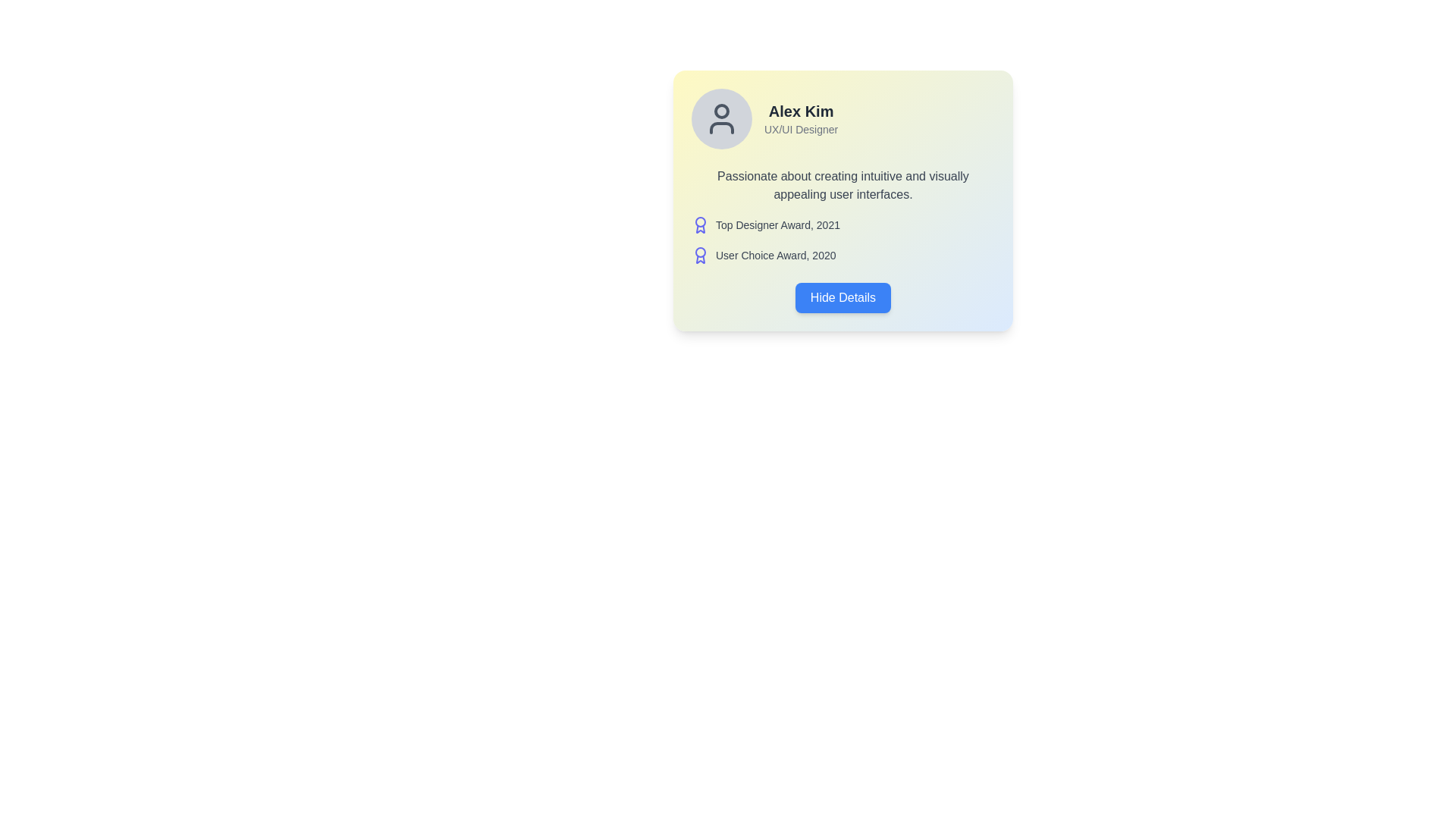  What do you see at coordinates (700, 229) in the screenshot?
I see `the lower ribbon portion of the award icon that visually emphasizes the recognition for 'Top Designer Award, 2021'` at bounding box center [700, 229].